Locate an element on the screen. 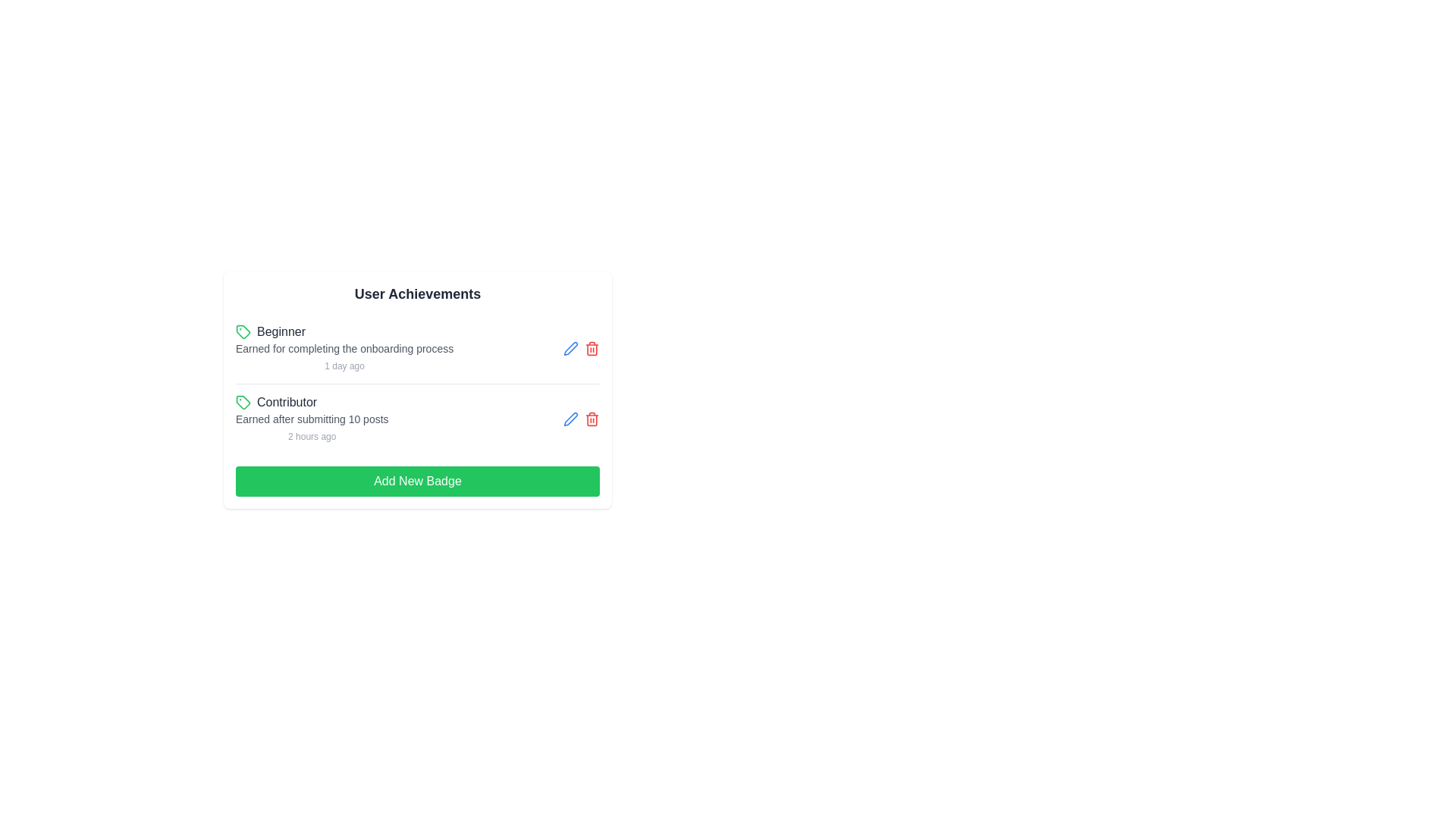 The image size is (1456, 819). the text label reading 'Earned for completing the onboarding process', which is styled in a smaller gray font and positioned below the 'Beginner' label in the achievements section is located at coordinates (344, 348).